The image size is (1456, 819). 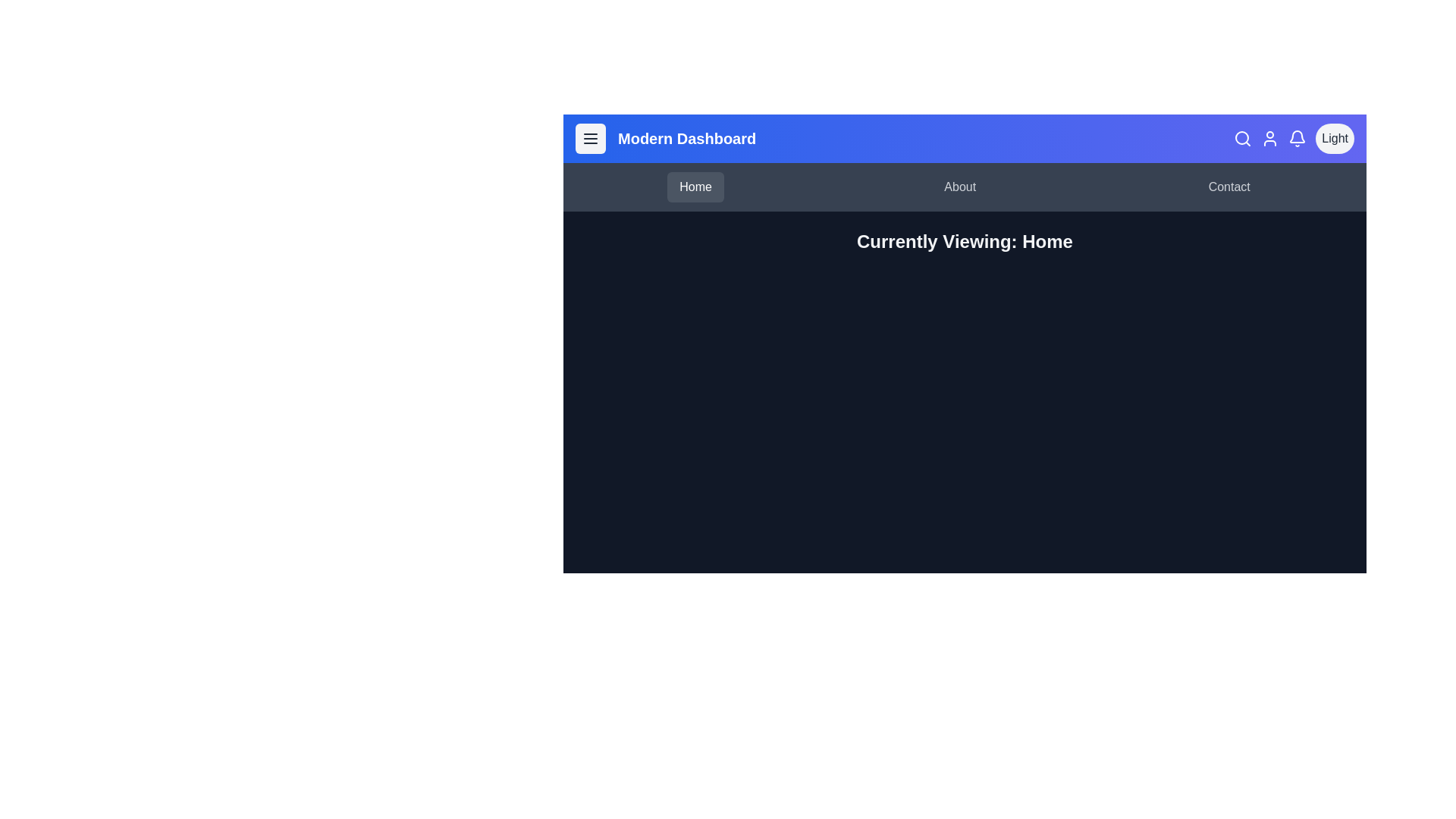 What do you see at coordinates (1270, 138) in the screenshot?
I see `the user icon to open the user profile` at bounding box center [1270, 138].